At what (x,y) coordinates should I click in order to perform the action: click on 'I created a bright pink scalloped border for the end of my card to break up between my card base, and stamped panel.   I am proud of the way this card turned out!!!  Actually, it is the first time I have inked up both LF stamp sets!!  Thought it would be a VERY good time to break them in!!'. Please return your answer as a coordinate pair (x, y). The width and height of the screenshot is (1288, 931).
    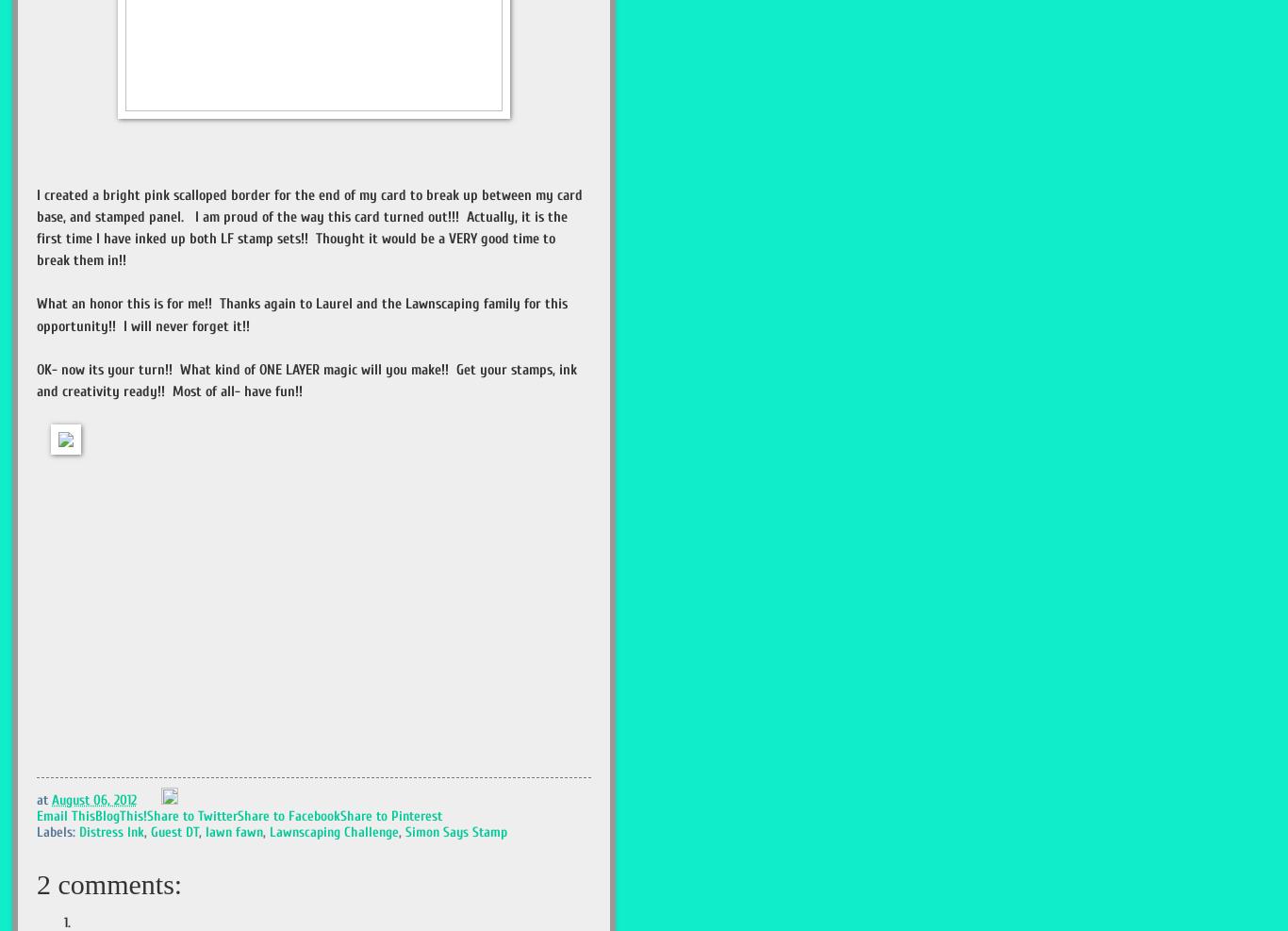
    Looking at the image, I should click on (309, 227).